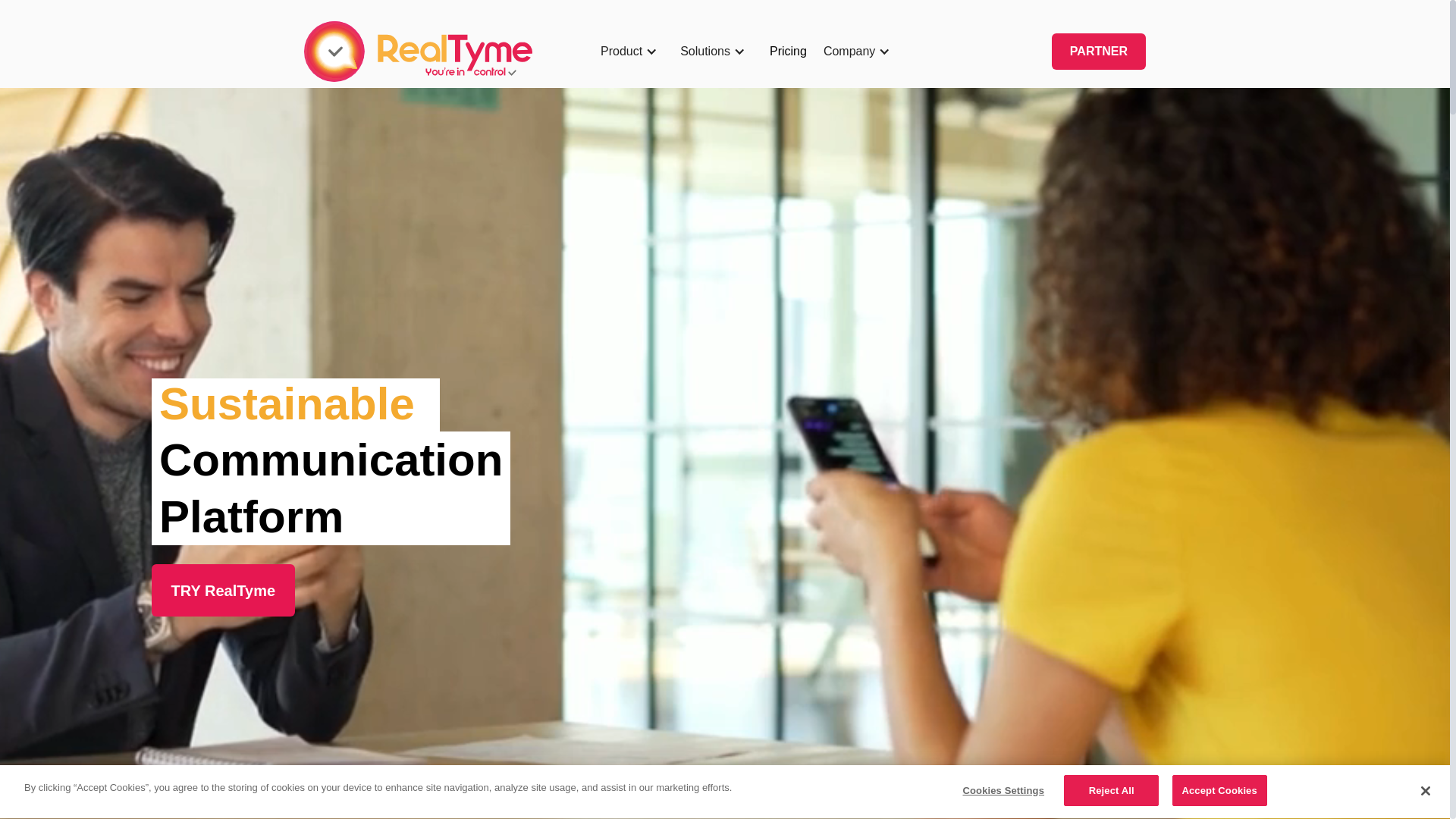 This screenshot has width=1456, height=819. What do you see at coordinates (1003, 789) in the screenshot?
I see `'Cookies Settings'` at bounding box center [1003, 789].